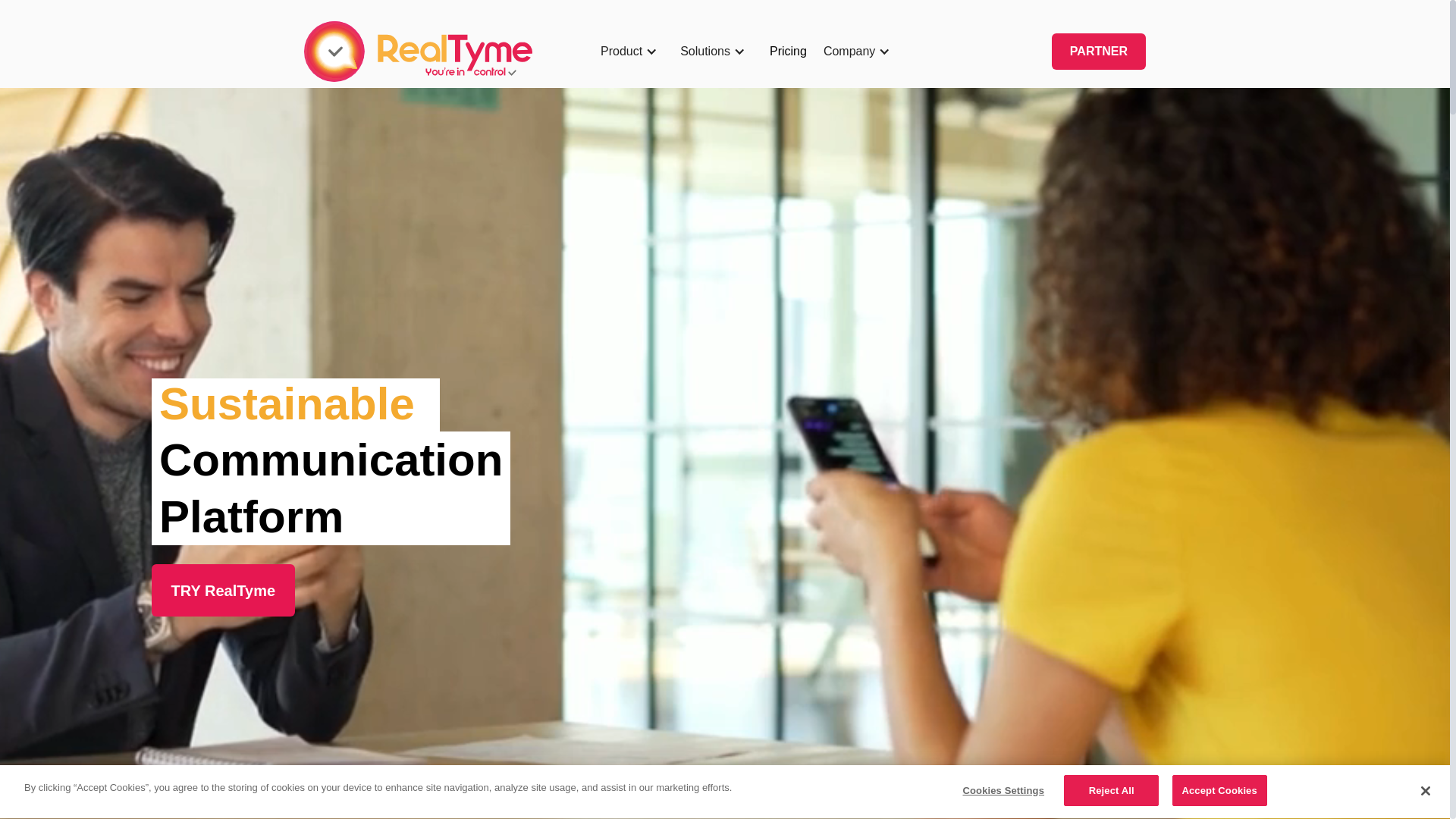 This screenshot has width=1456, height=819. What do you see at coordinates (1003, 789) in the screenshot?
I see `'Cookies Settings'` at bounding box center [1003, 789].